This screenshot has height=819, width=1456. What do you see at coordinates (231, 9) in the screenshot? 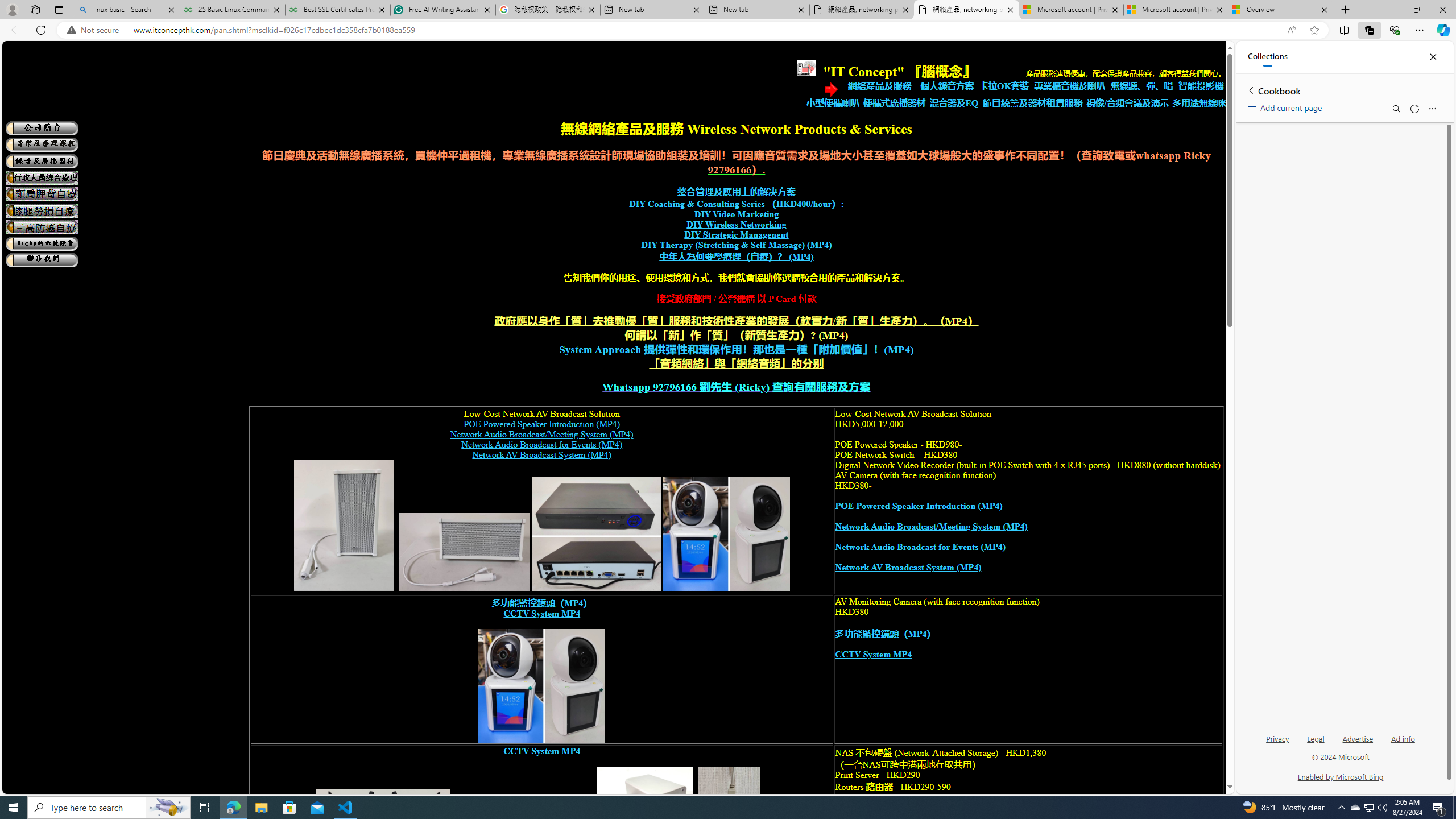
I see `'25 Basic Linux Commands For Beginners - GeeksforGeeks'` at bounding box center [231, 9].